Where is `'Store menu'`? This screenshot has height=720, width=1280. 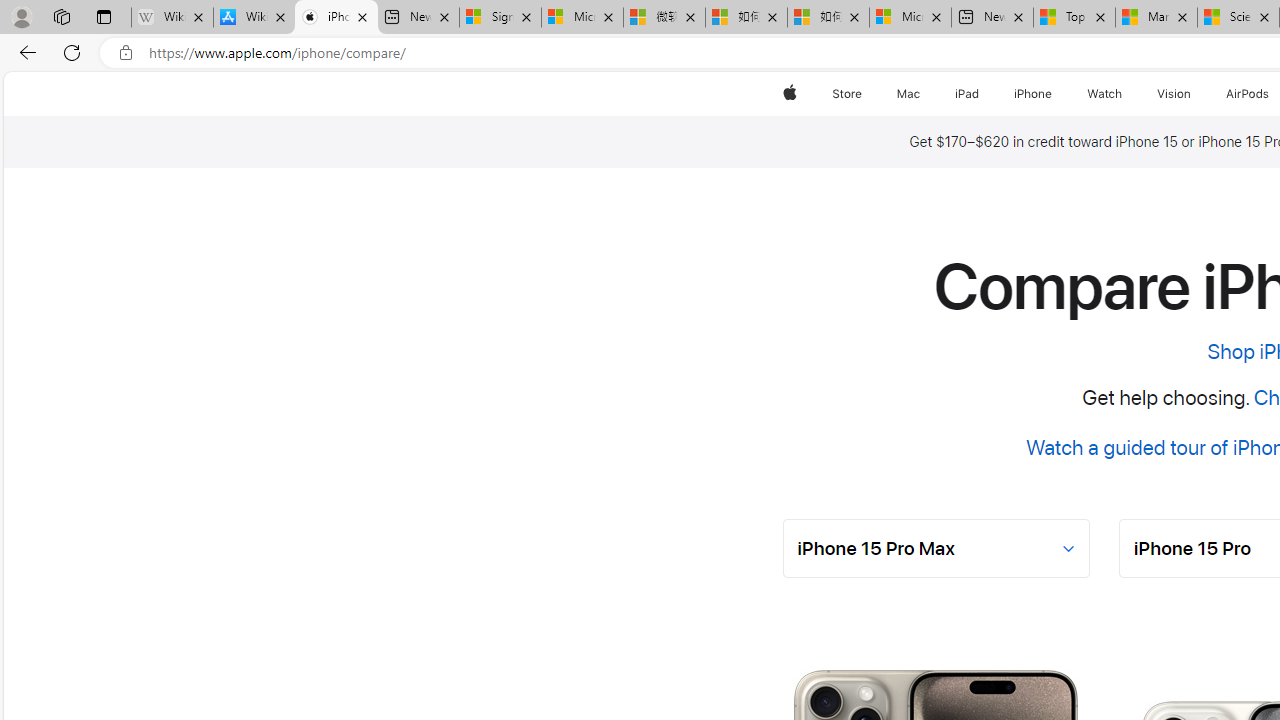
'Store menu' is located at coordinates (865, 93).